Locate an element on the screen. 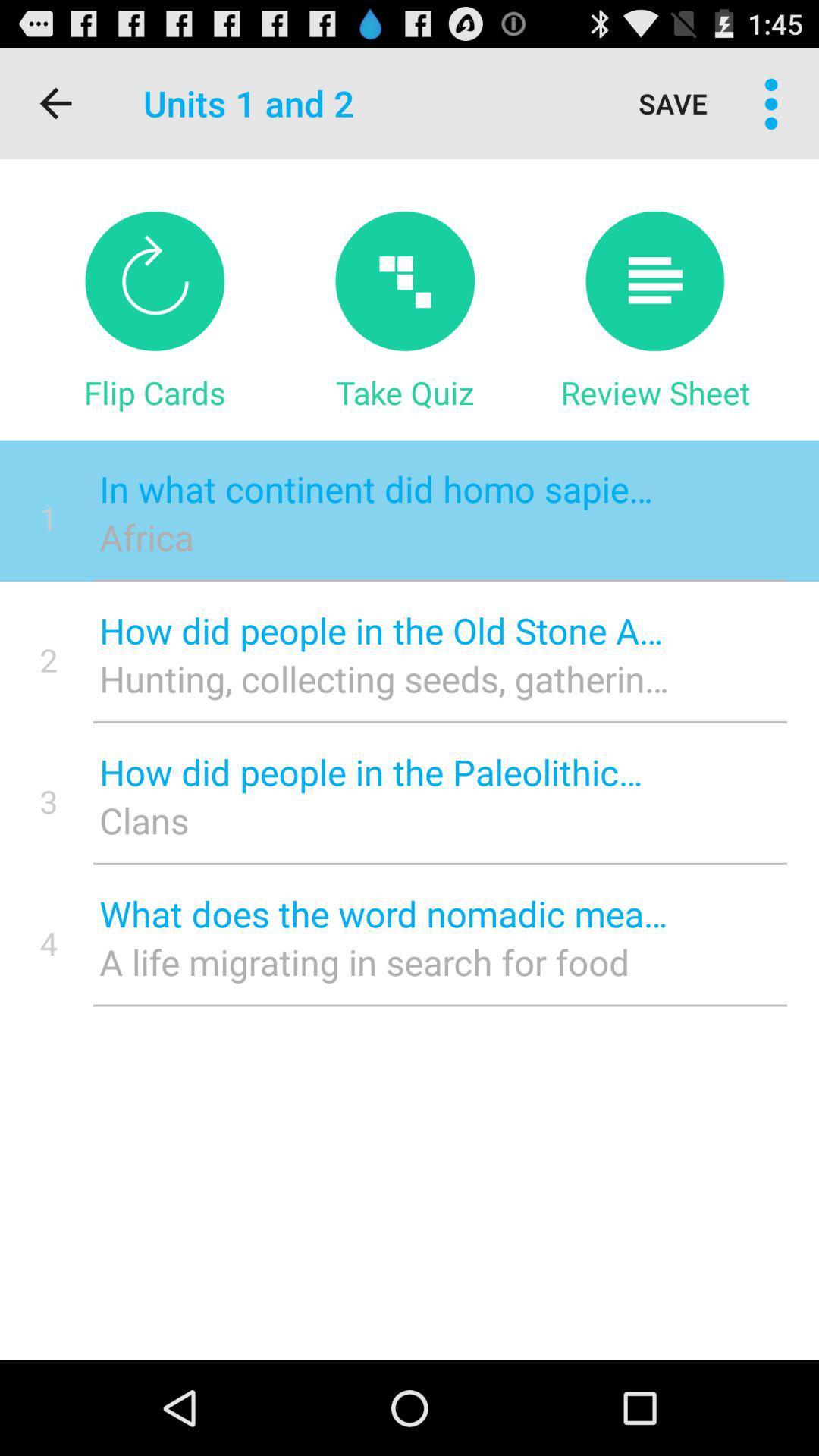 The height and width of the screenshot is (1456, 819). the 3 item is located at coordinates (48, 800).